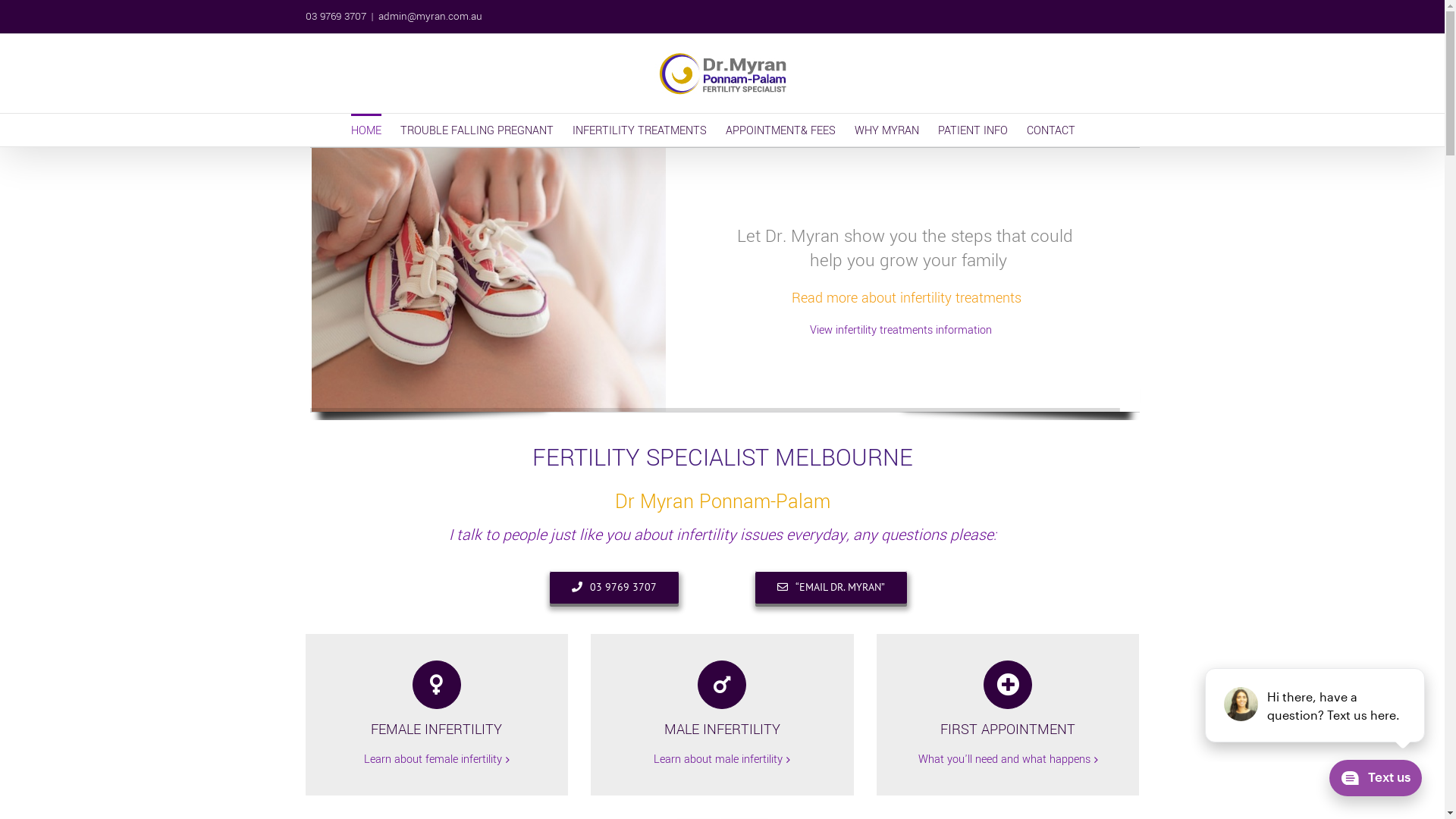  What do you see at coordinates (717, 760) in the screenshot?
I see `'Learn about male infertility'` at bounding box center [717, 760].